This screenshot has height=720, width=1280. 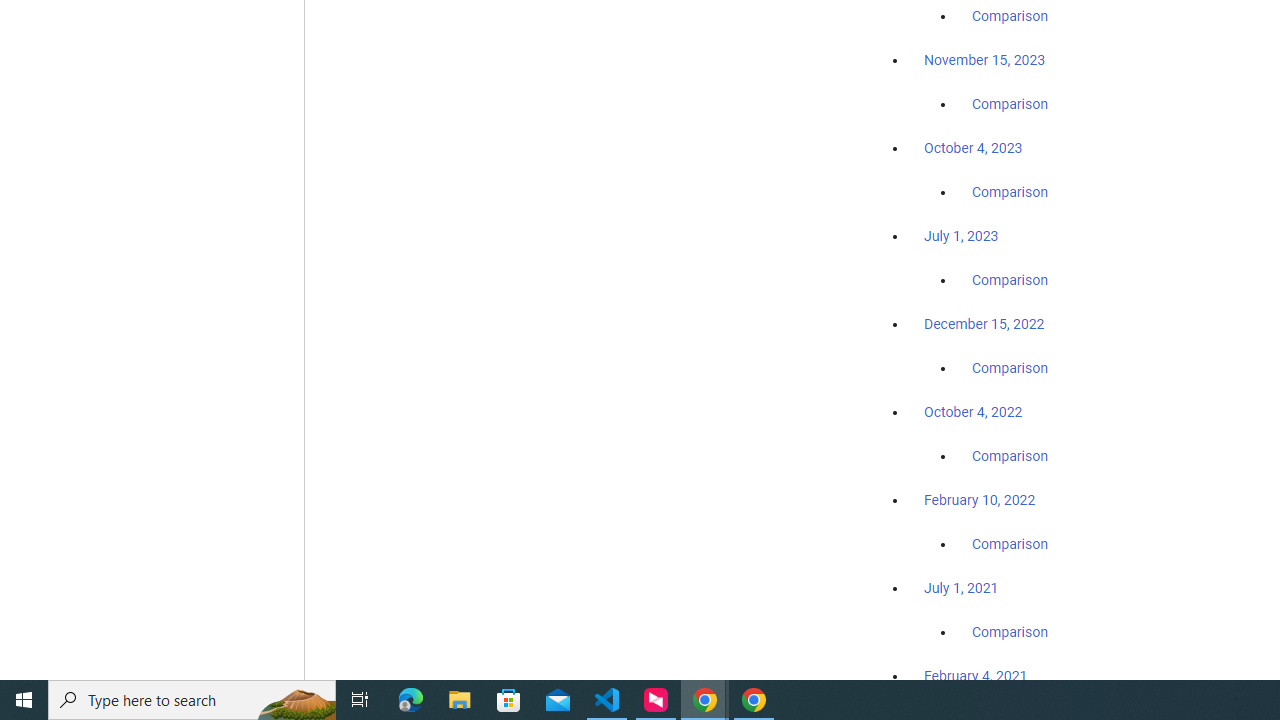 What do you see at coordinates (973, 411) in the screenshot?
I see `'October 4, 2022'` at bounding box center [973, 411].